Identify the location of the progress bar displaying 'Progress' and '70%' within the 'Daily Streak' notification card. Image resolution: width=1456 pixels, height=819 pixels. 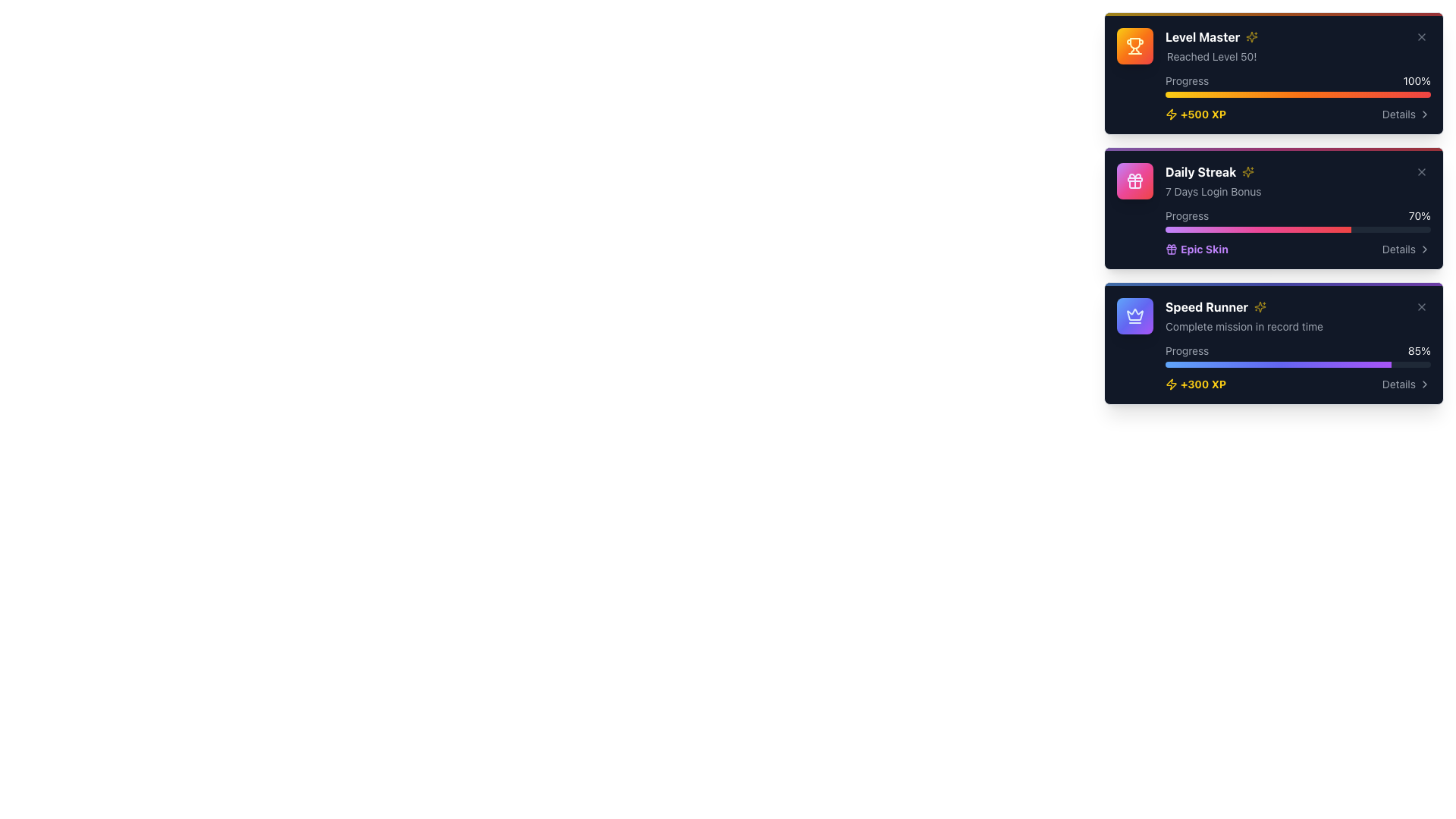
(1298, 220).